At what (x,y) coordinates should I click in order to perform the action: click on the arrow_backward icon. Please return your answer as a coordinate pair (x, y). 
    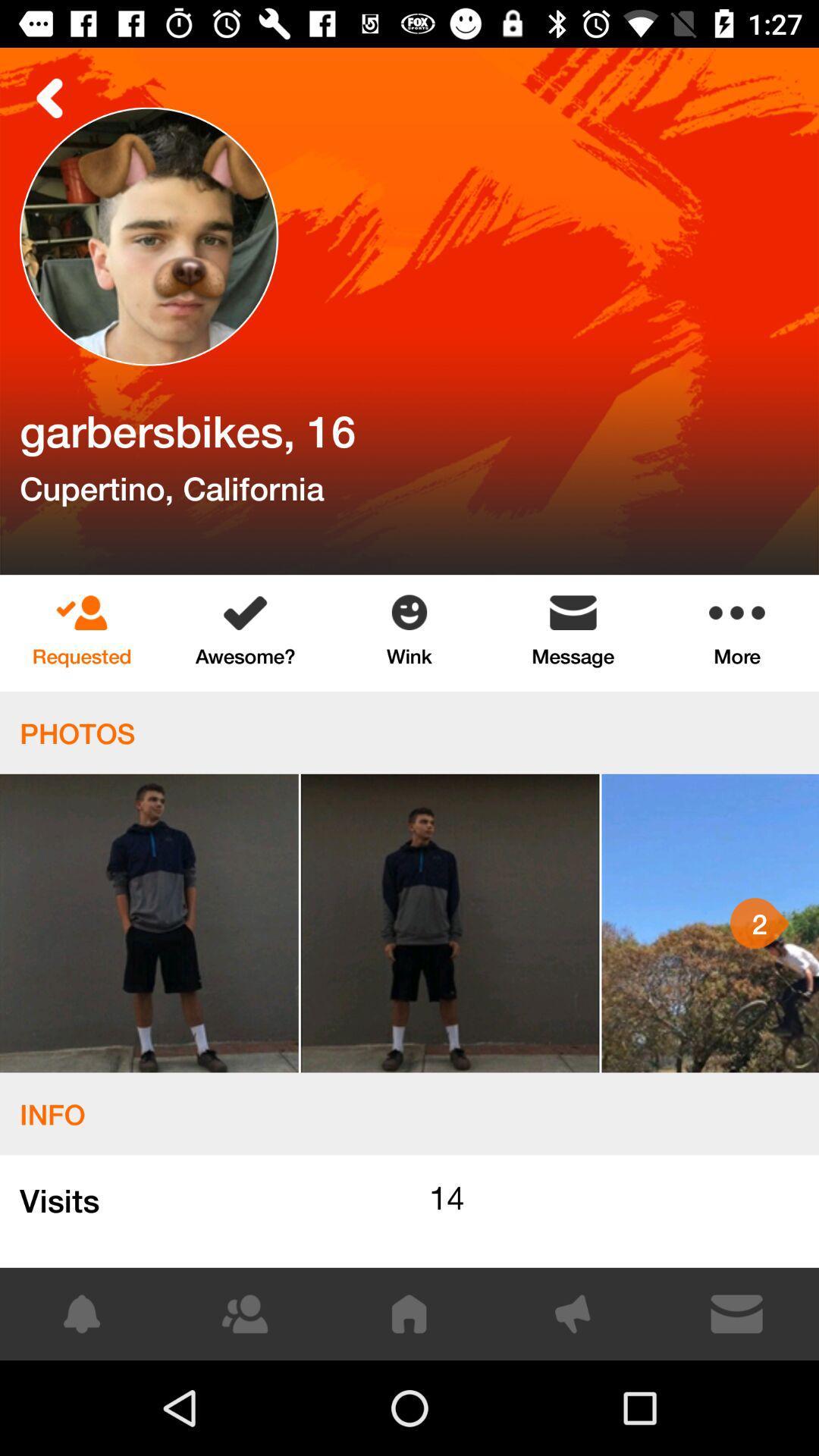
    Looking at the image, I should click on (49, 97).